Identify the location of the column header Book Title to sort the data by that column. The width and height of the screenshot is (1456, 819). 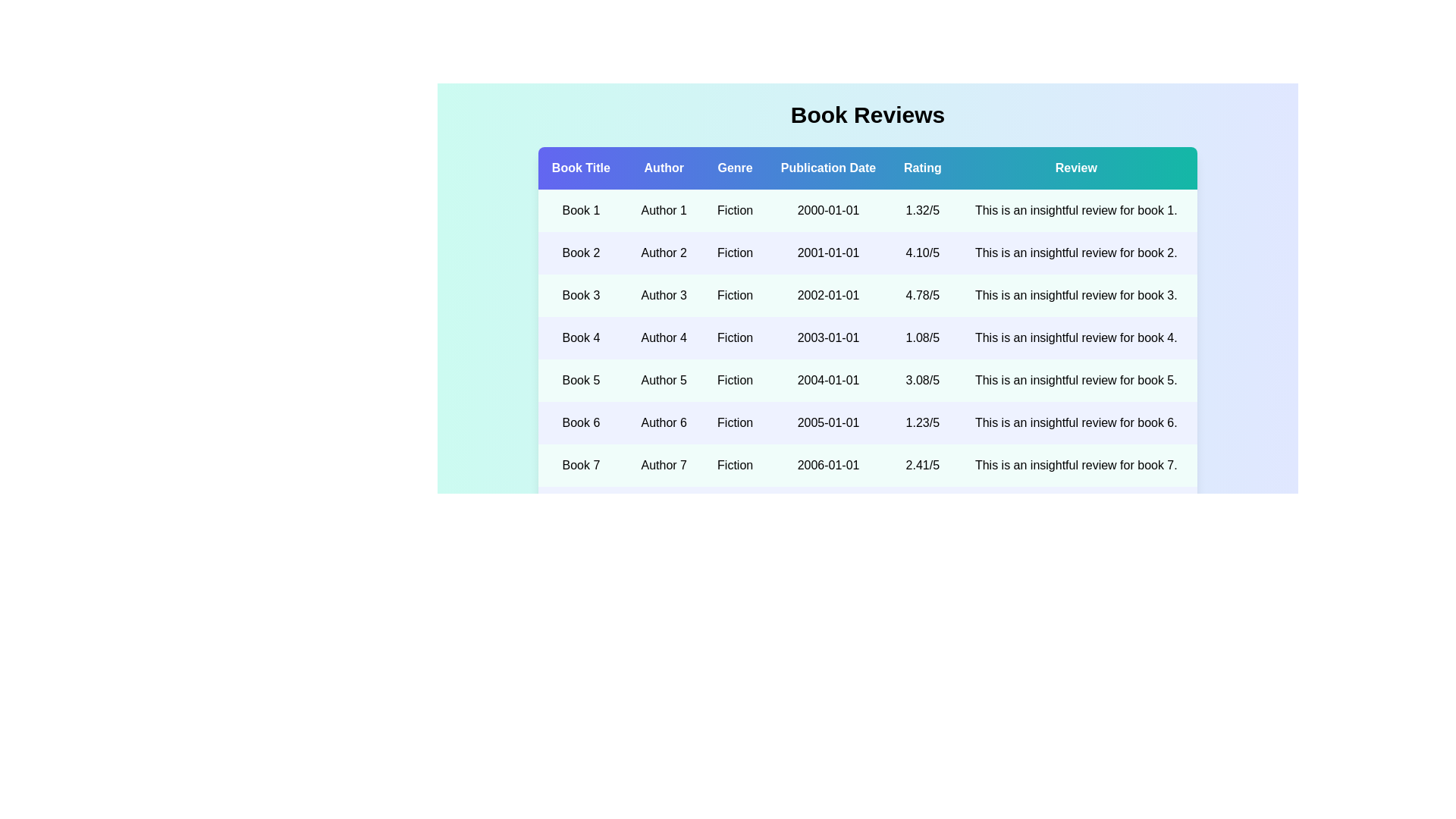
(580, 168).